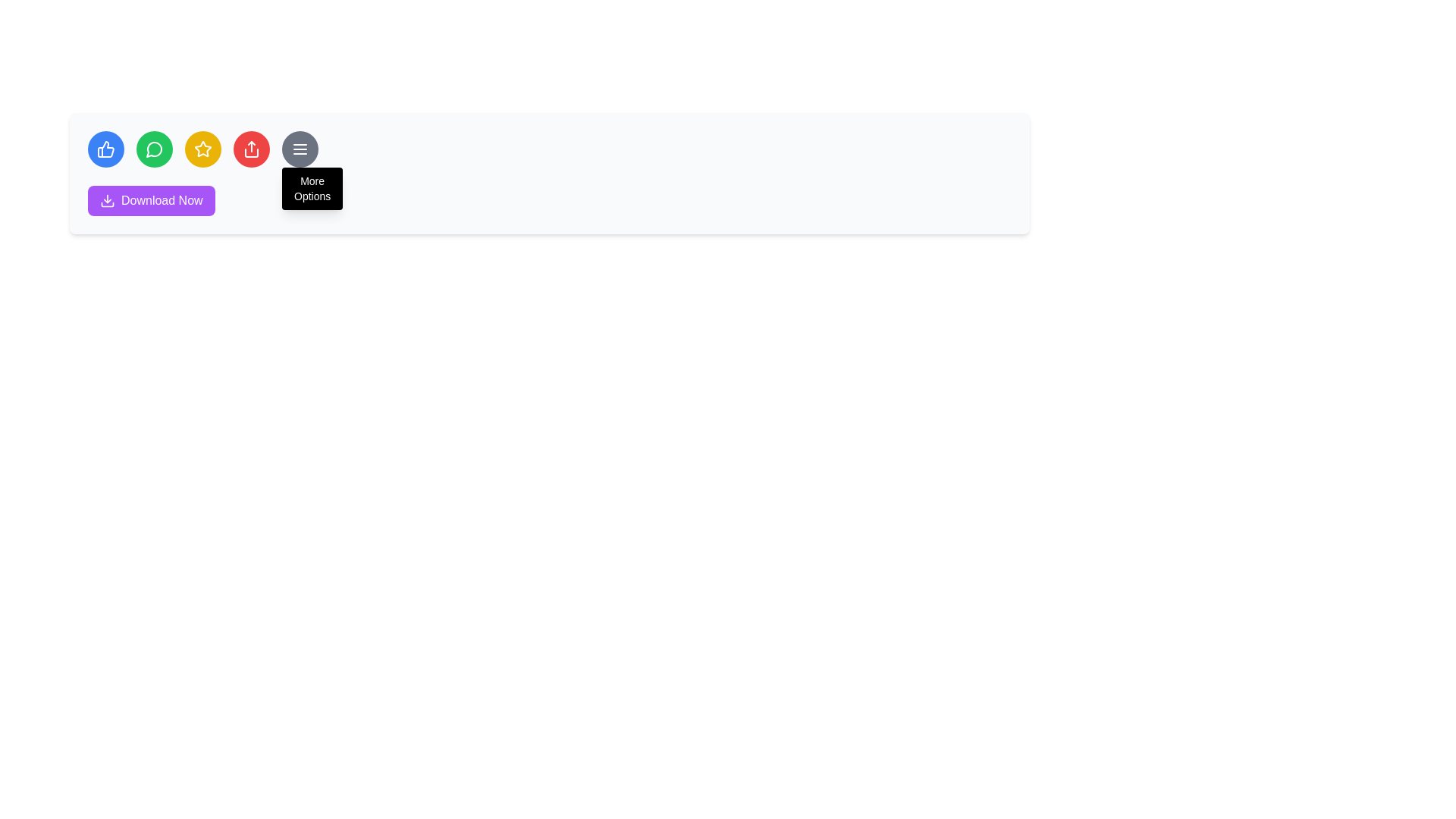  I want to click on the green button that initiates a chat or messaging interface, located to the right of the blue 'thumbs up' button and the yellow star-shaped button, so click(154, 149).